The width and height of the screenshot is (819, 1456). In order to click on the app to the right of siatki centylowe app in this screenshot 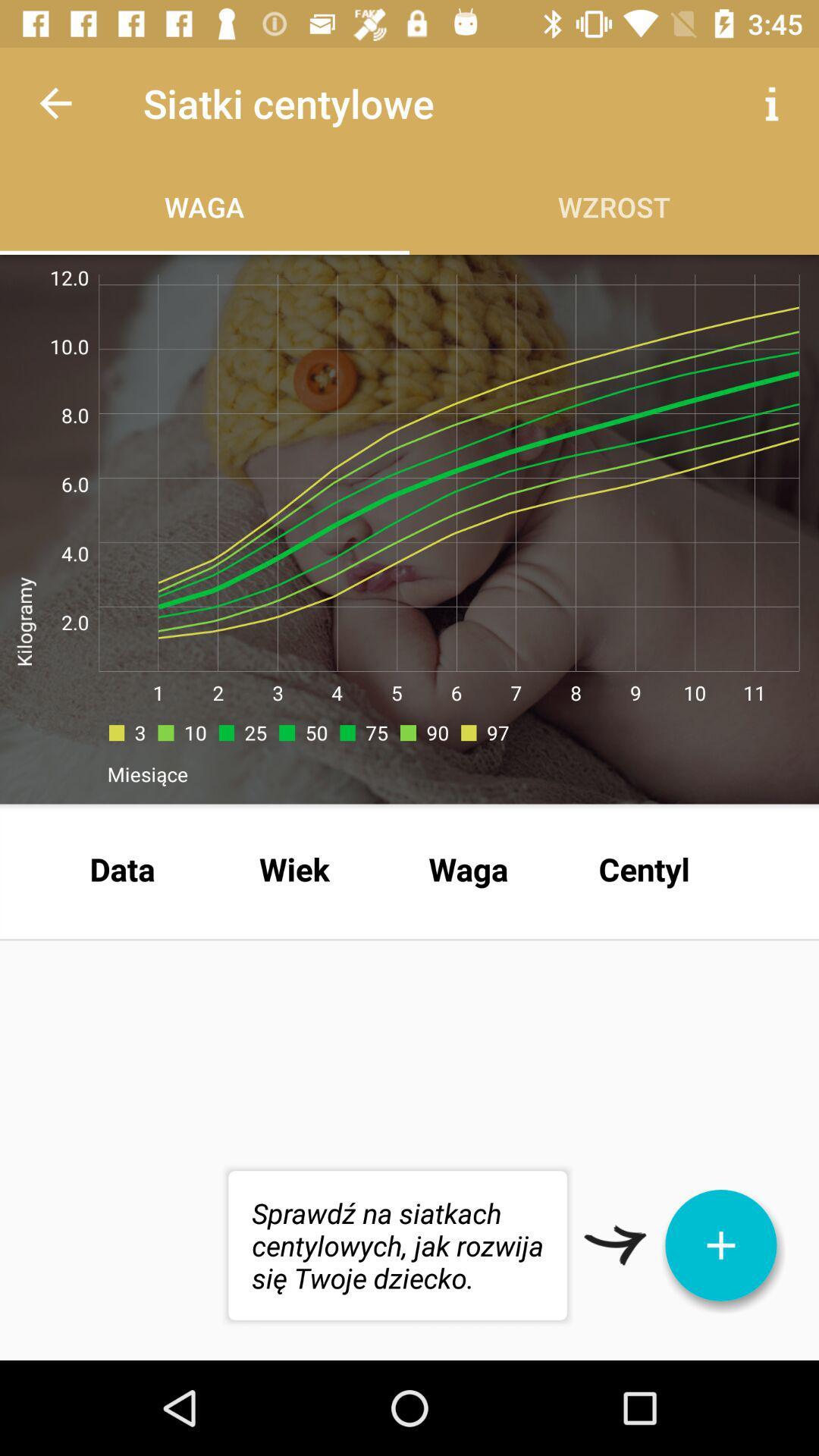, I will do `click(771, 102)`.